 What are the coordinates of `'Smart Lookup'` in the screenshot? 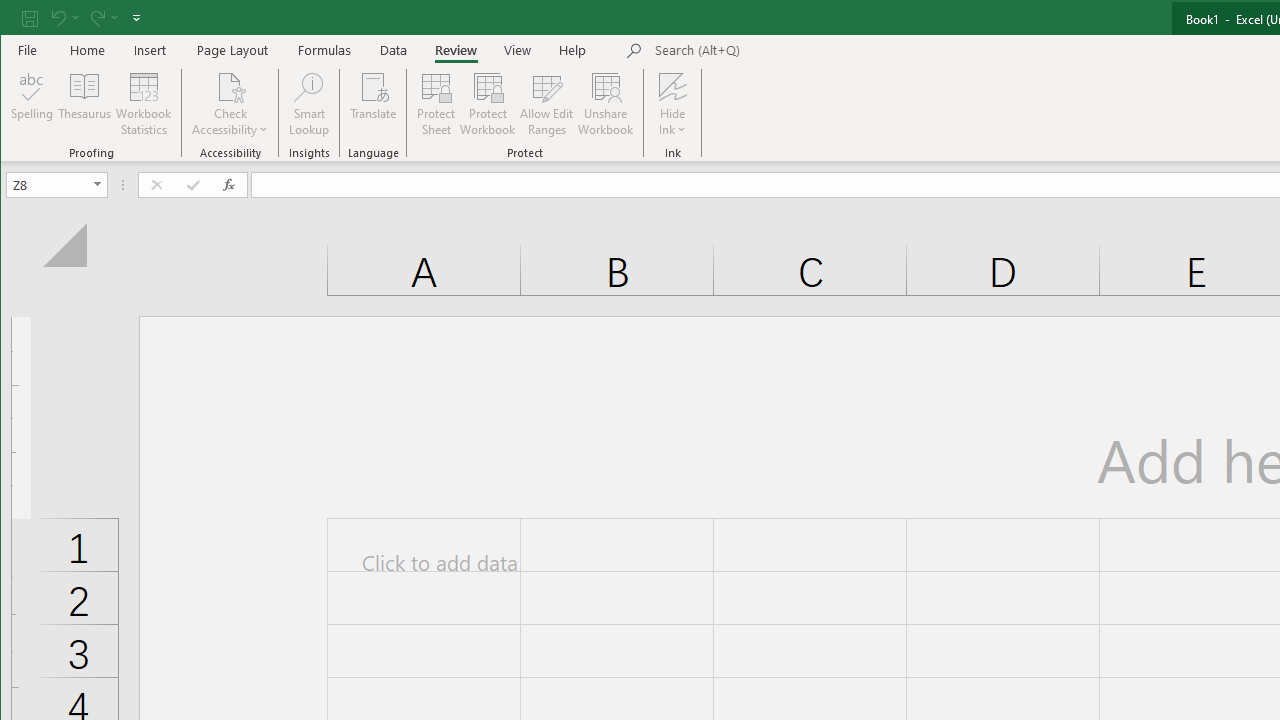 It's located at (308, 104).